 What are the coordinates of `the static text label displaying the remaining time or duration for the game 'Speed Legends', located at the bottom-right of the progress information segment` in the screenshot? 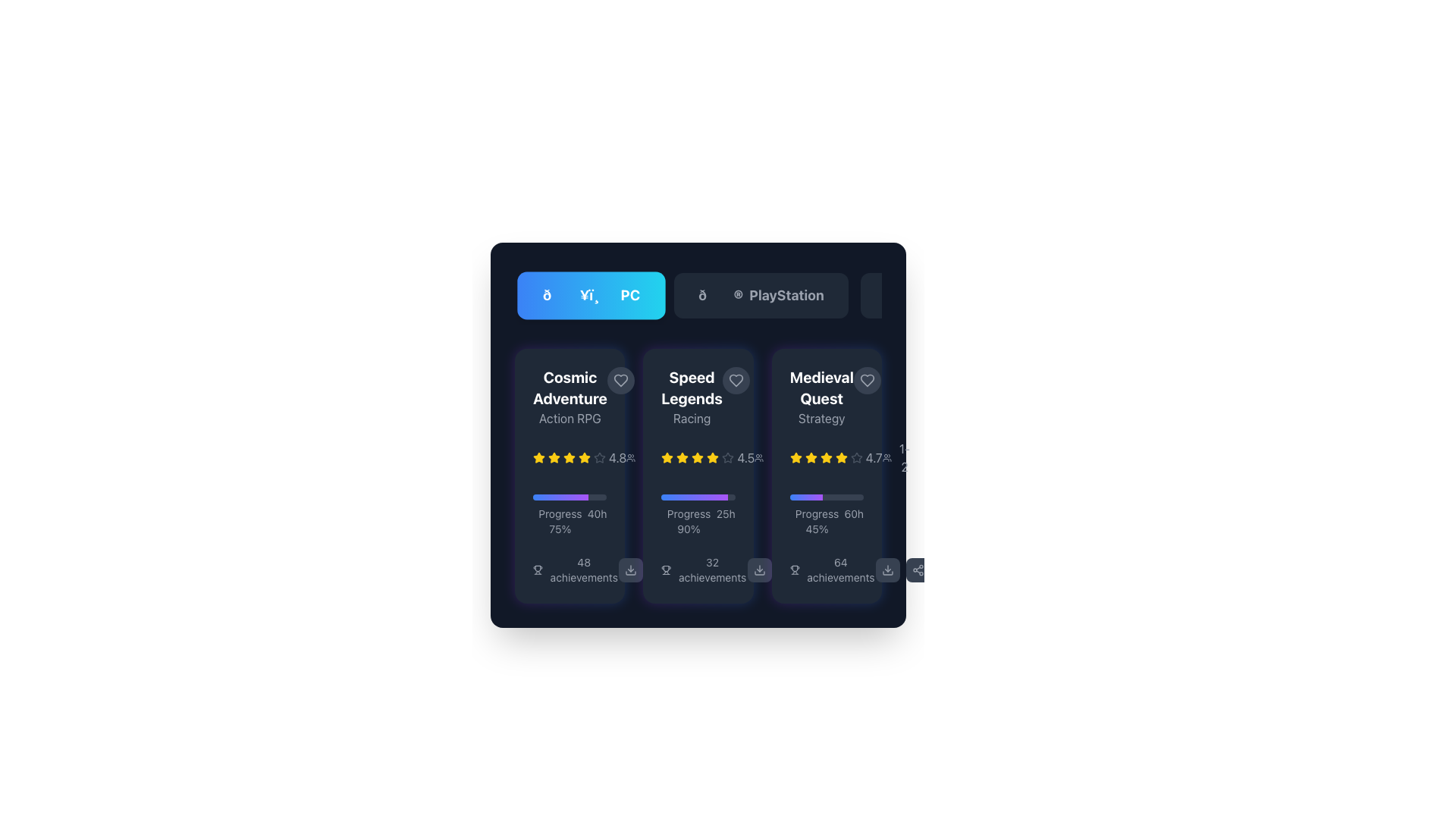 It's located at (725, 520).